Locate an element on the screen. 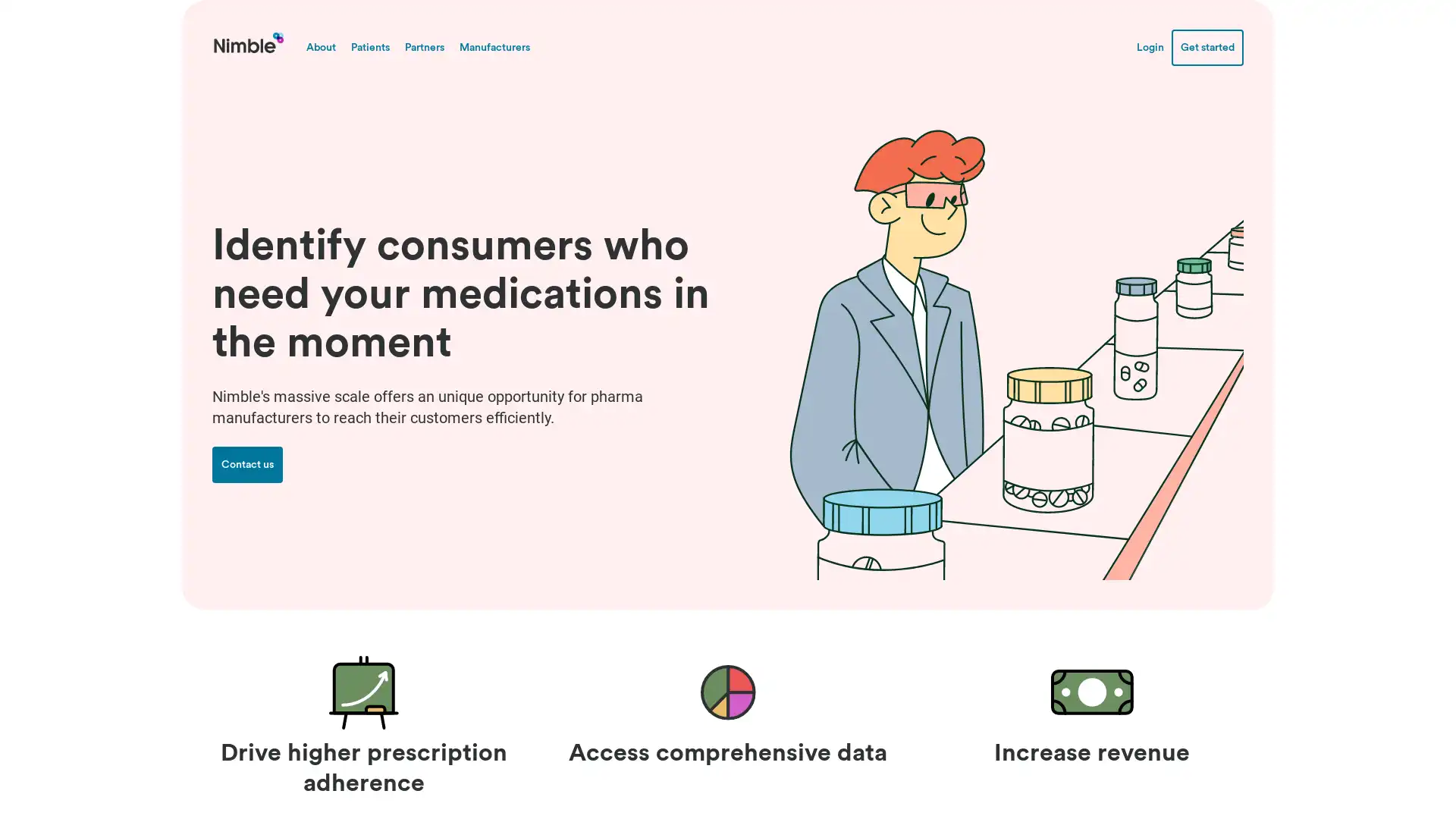  Contact us is located at coordinates (247, 464).